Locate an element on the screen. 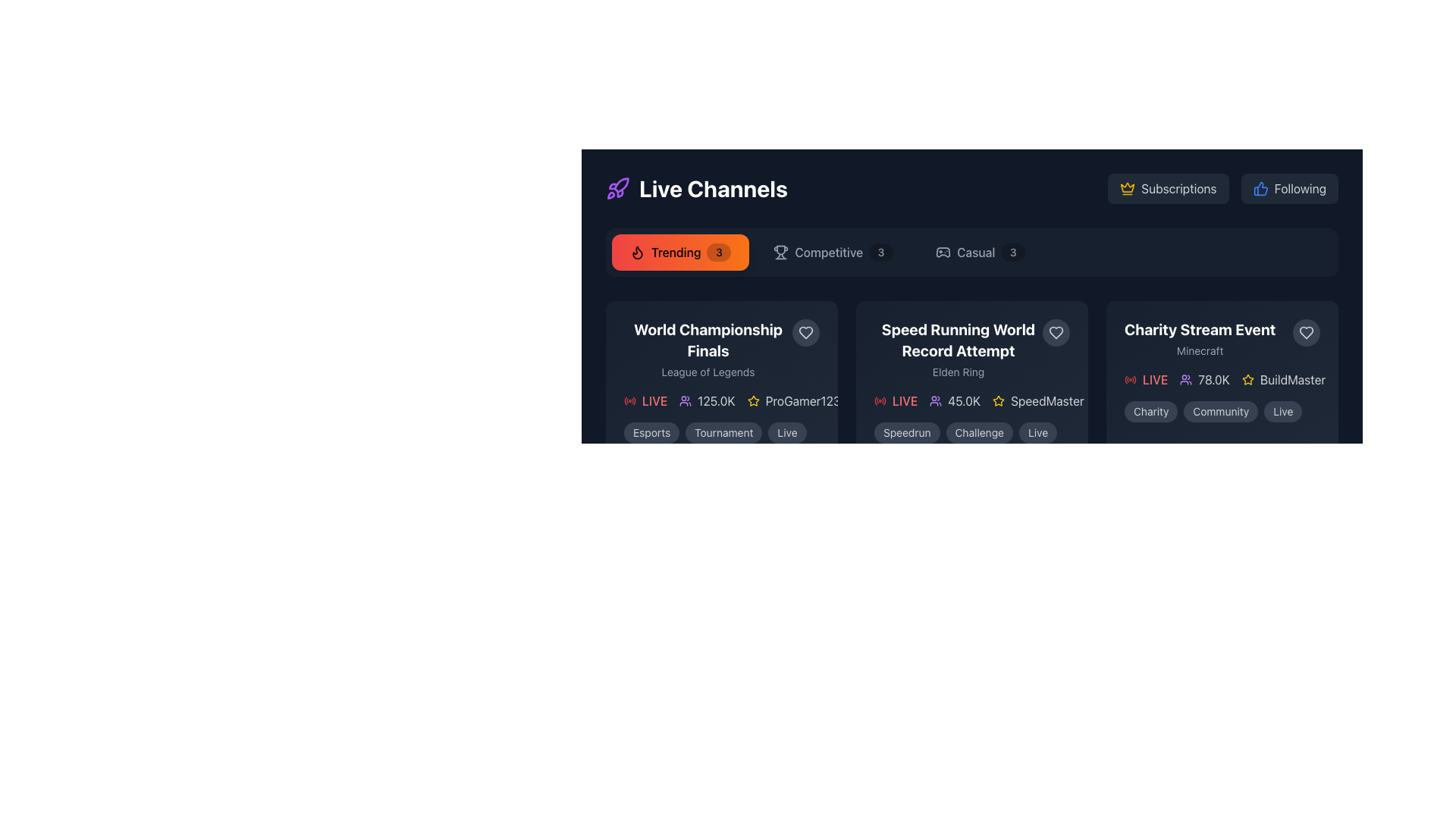  the Decorative text with the icon displaying 'ProGamer123' styled in light gray, which is located in the lower section of a card layout, adjacent to the viewer count of '125.0K' is located at coordinates (792, 400).